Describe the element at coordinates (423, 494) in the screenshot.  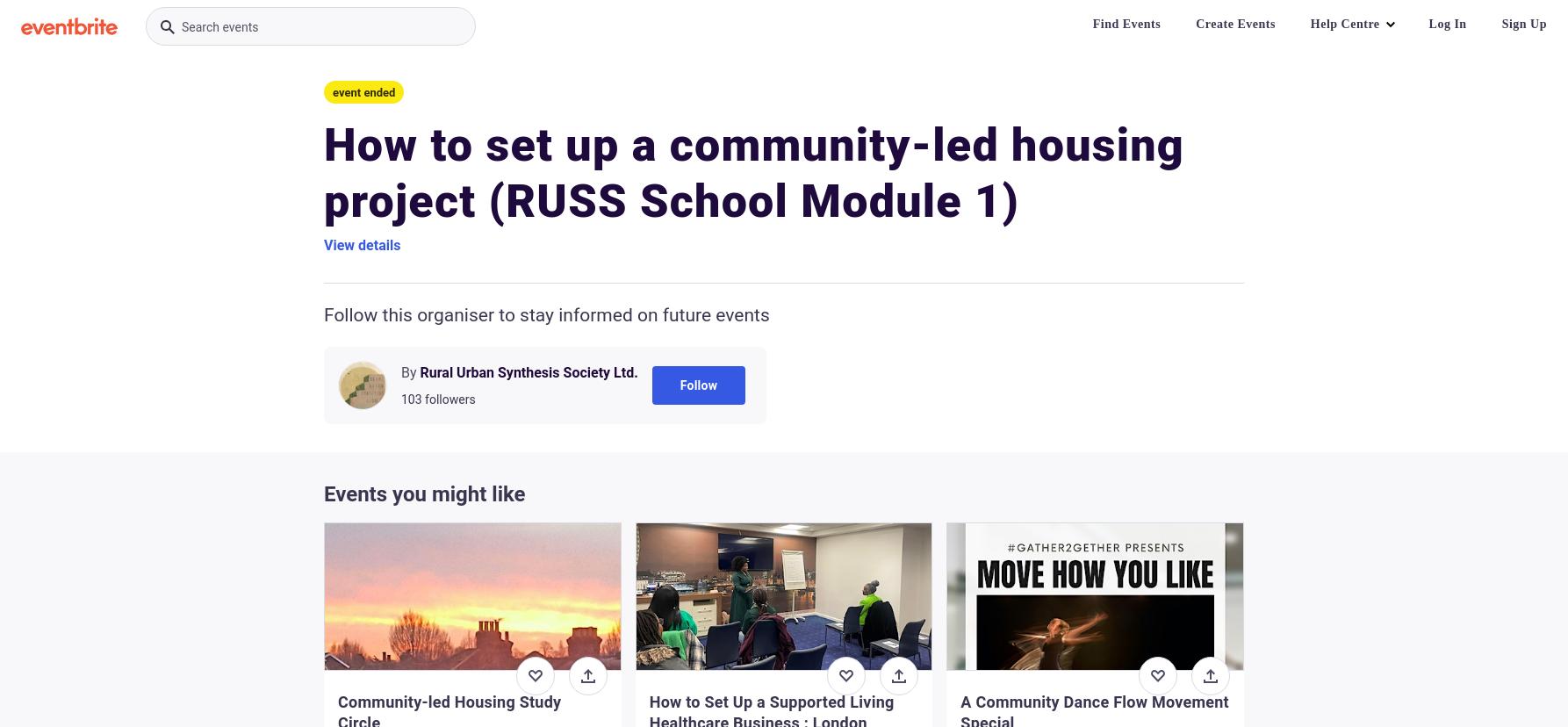
I see `'Events you might like'` at that location.